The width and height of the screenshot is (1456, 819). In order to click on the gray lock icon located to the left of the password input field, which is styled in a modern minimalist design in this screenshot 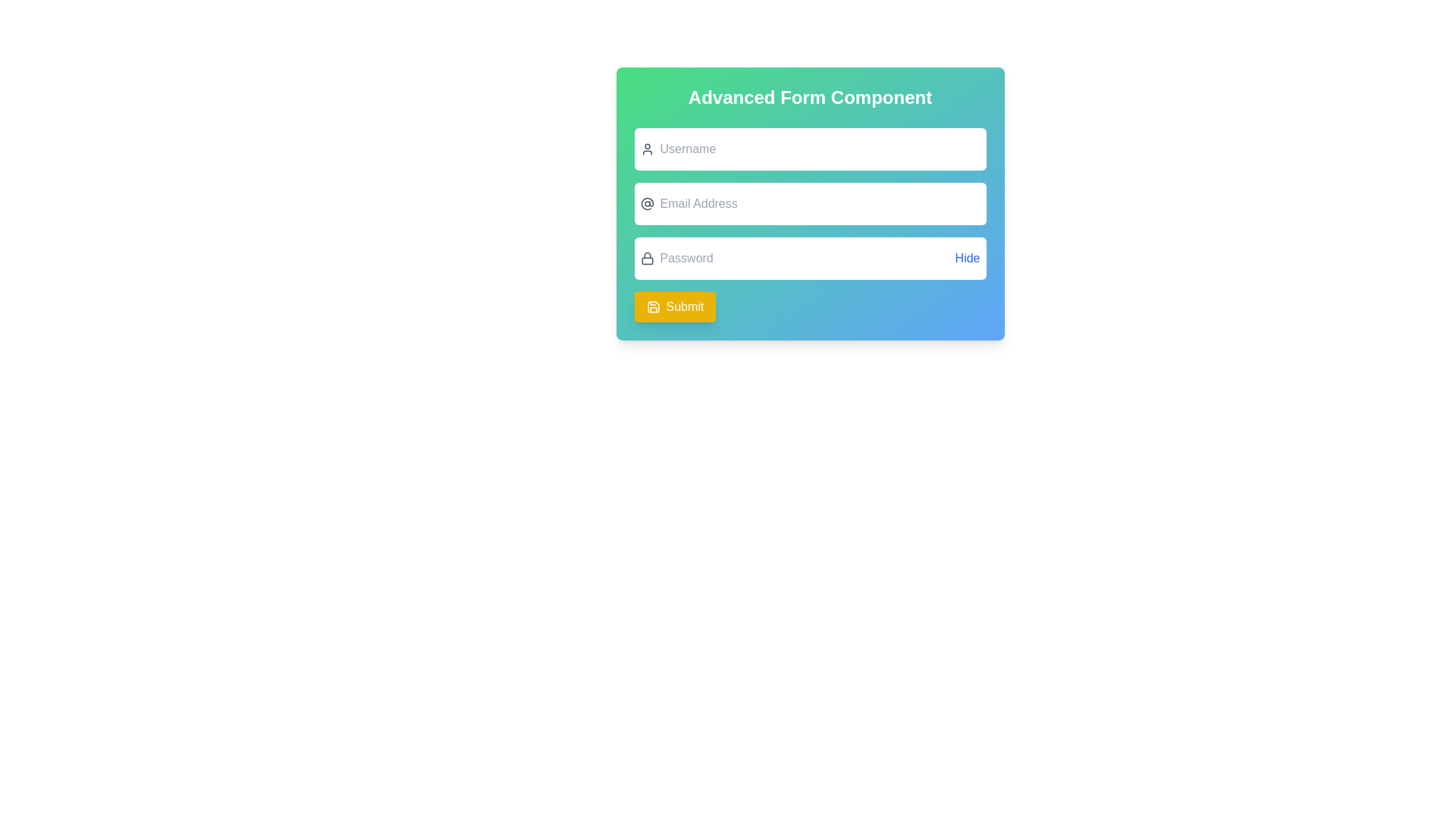, I will do `click(647, 257)`.